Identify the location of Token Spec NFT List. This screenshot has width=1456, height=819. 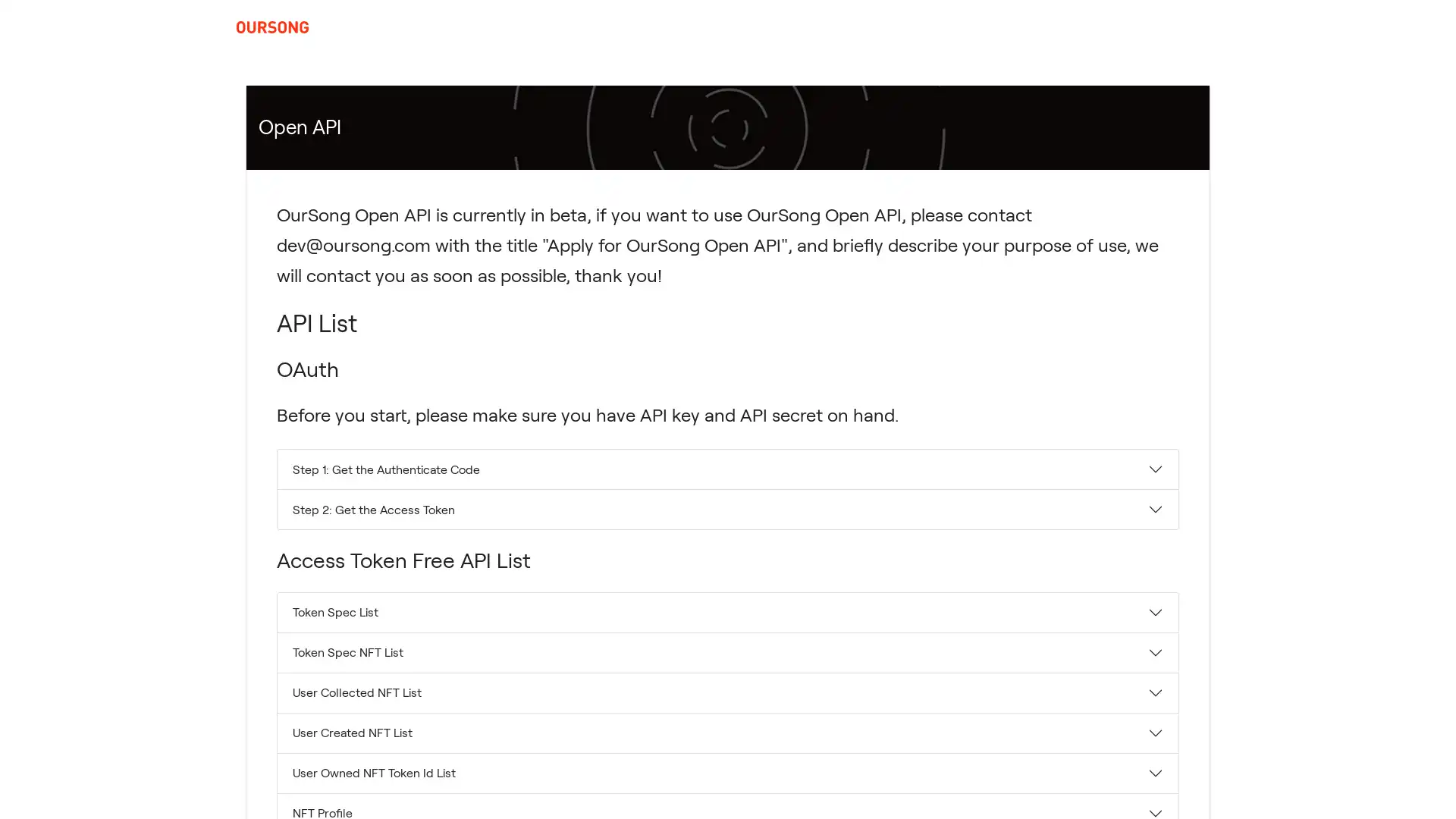
(728, 651).